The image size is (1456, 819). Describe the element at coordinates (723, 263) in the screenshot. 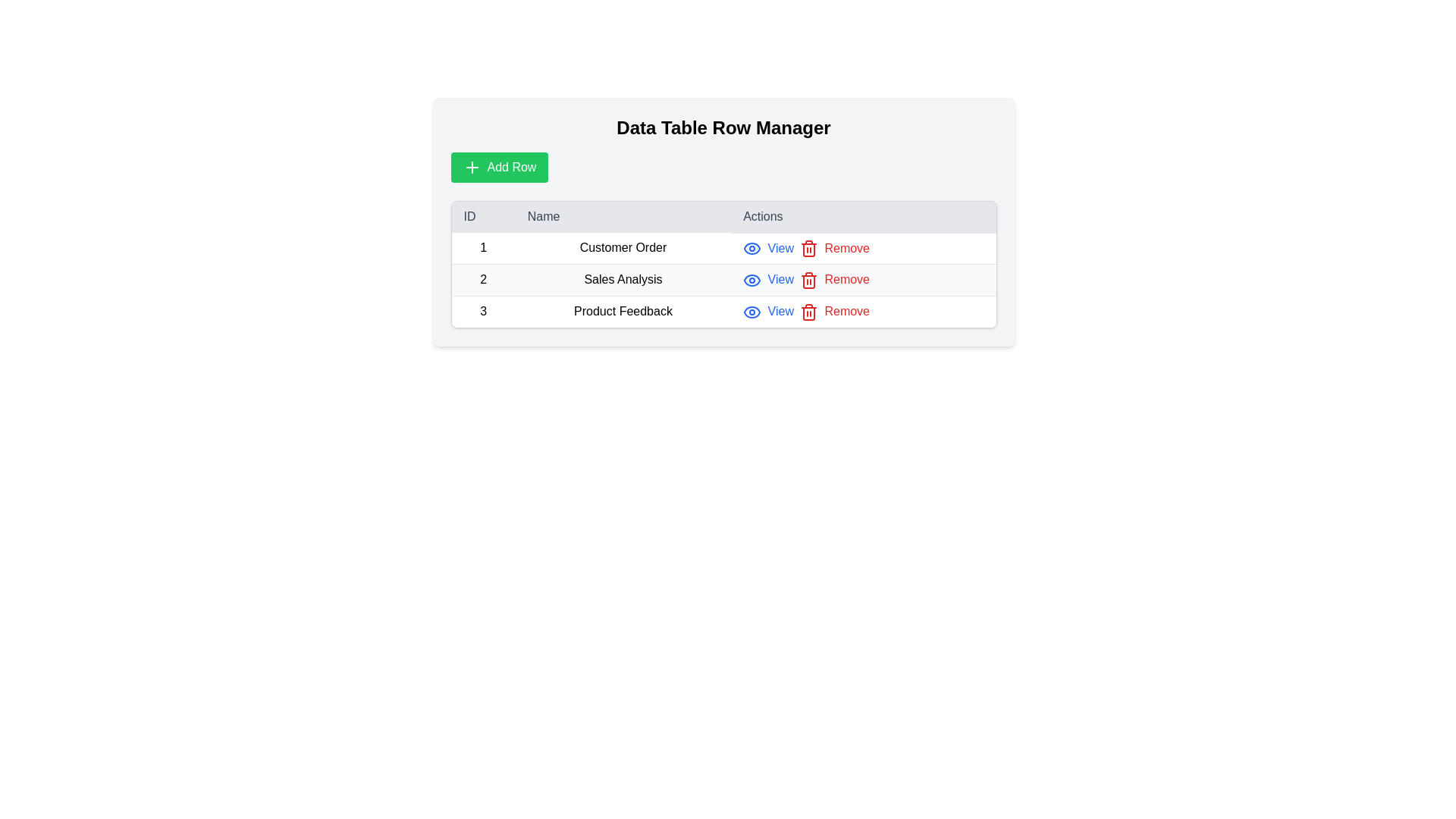

I see `the 'View' button located within the Data Table Row Manager interface` at that location.